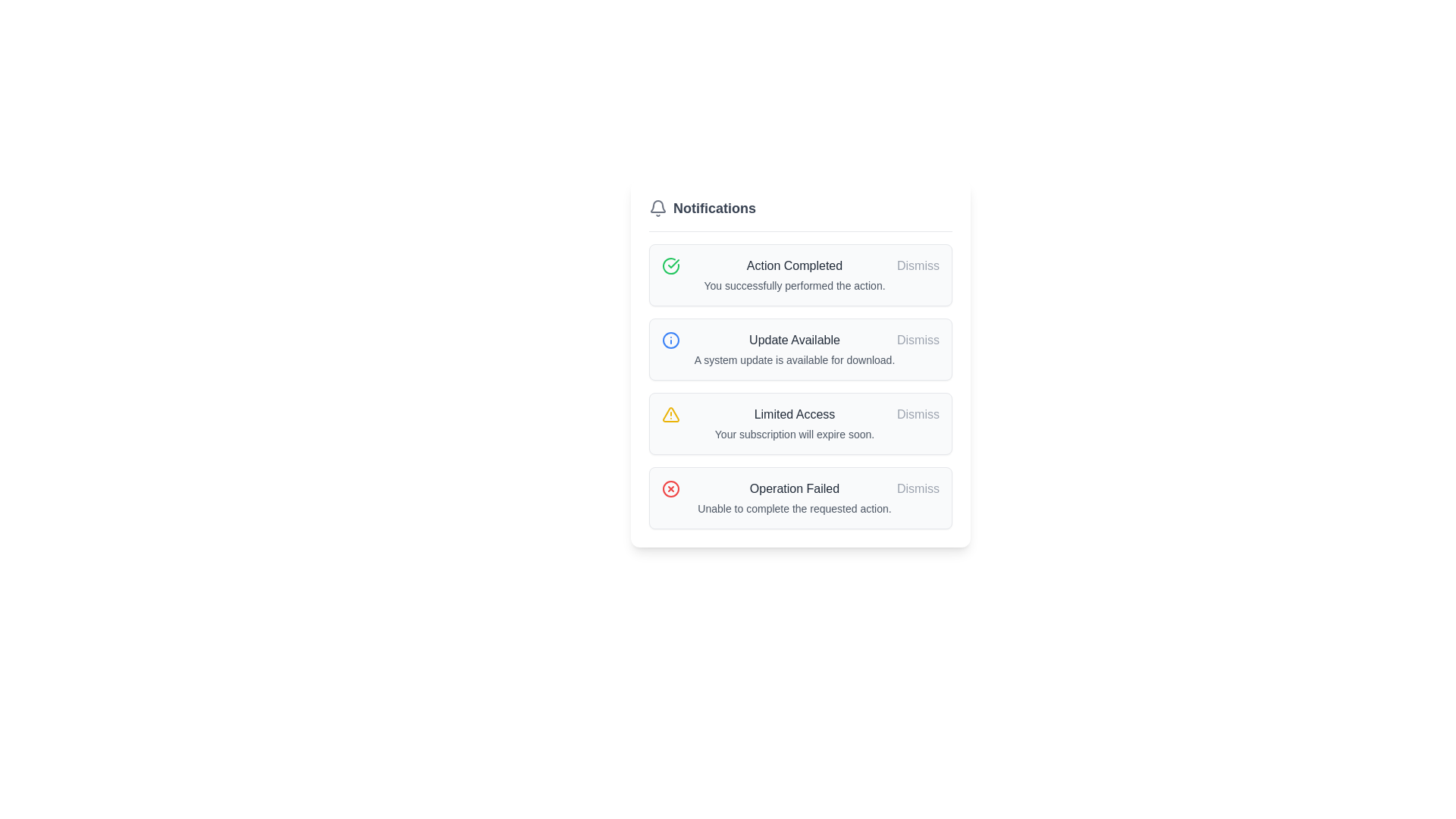 The image size is (1456, 819). Describe the element at coordinates (658, 206) in the screenshot. I see `the bell-shaped notification icon located in the 'Notifications' section header, positioned in the top-left corner above the first notification entry` at that location.